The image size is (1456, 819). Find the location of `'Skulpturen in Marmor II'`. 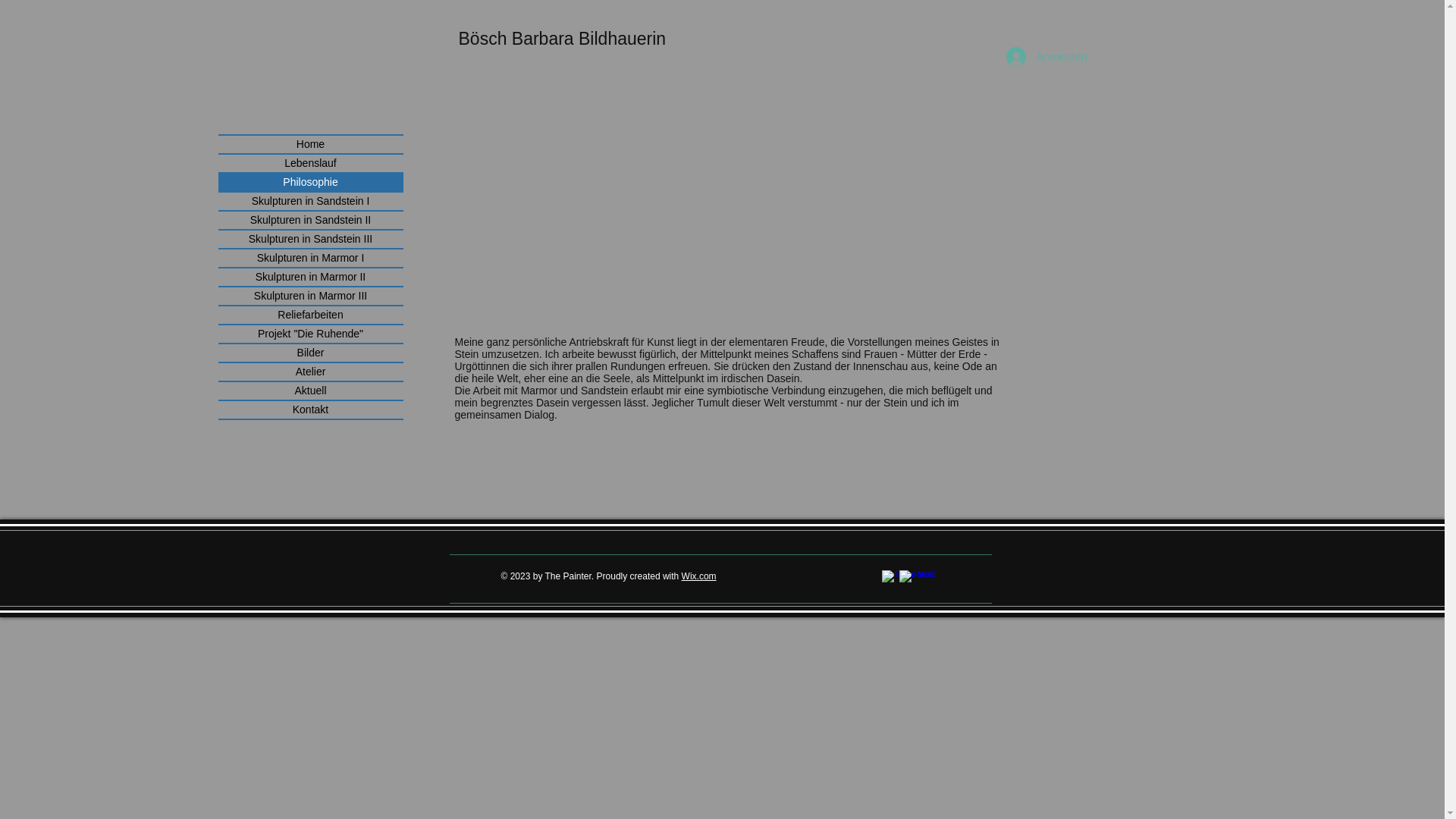

'Skulpturen in Marmor II' is located at coordinates (309, 277).